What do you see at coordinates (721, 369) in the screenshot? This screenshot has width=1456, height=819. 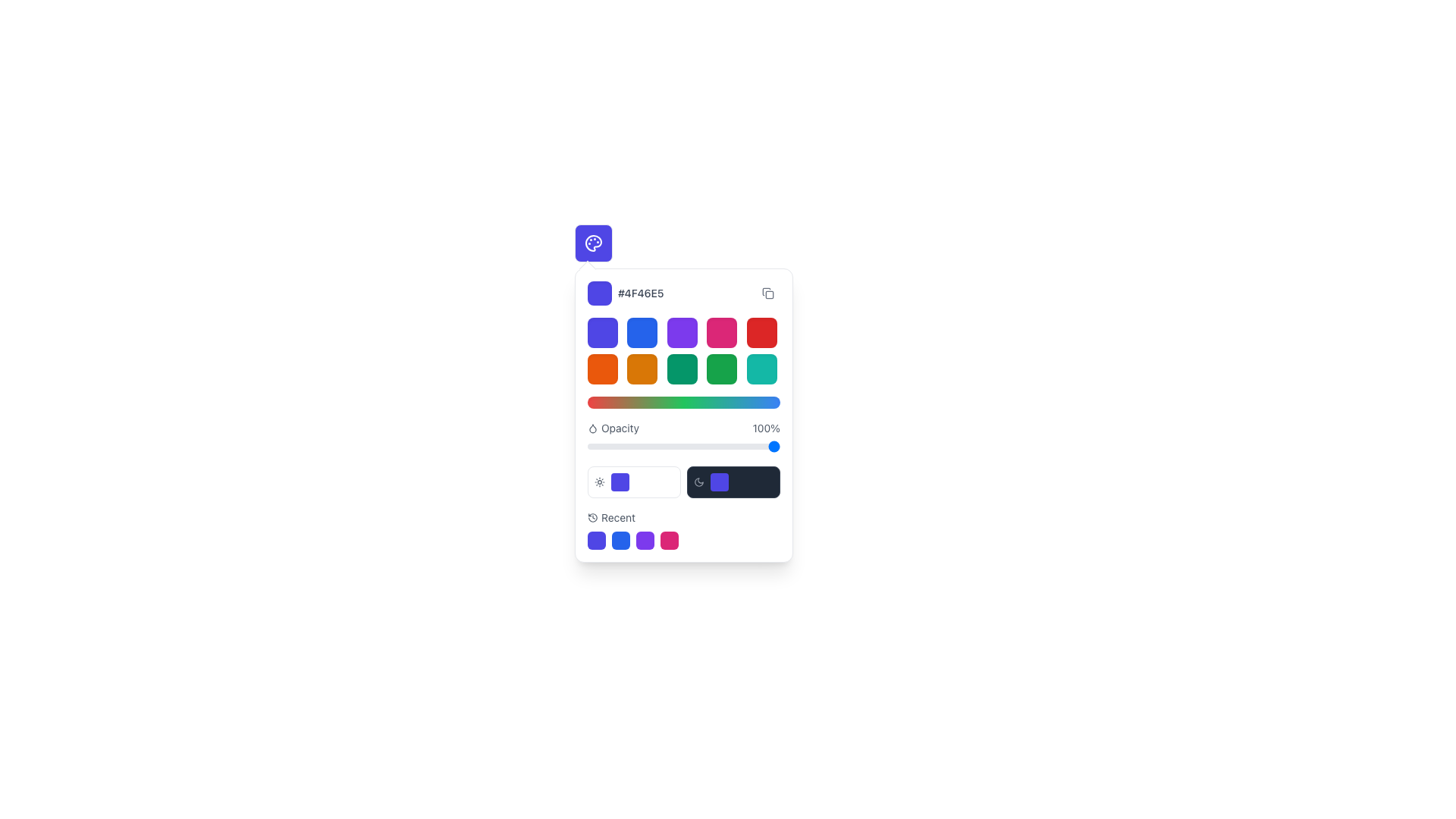 I see `the color selection button located in the second row, fourth column of the palette interface` at bounding box center [721, 369].